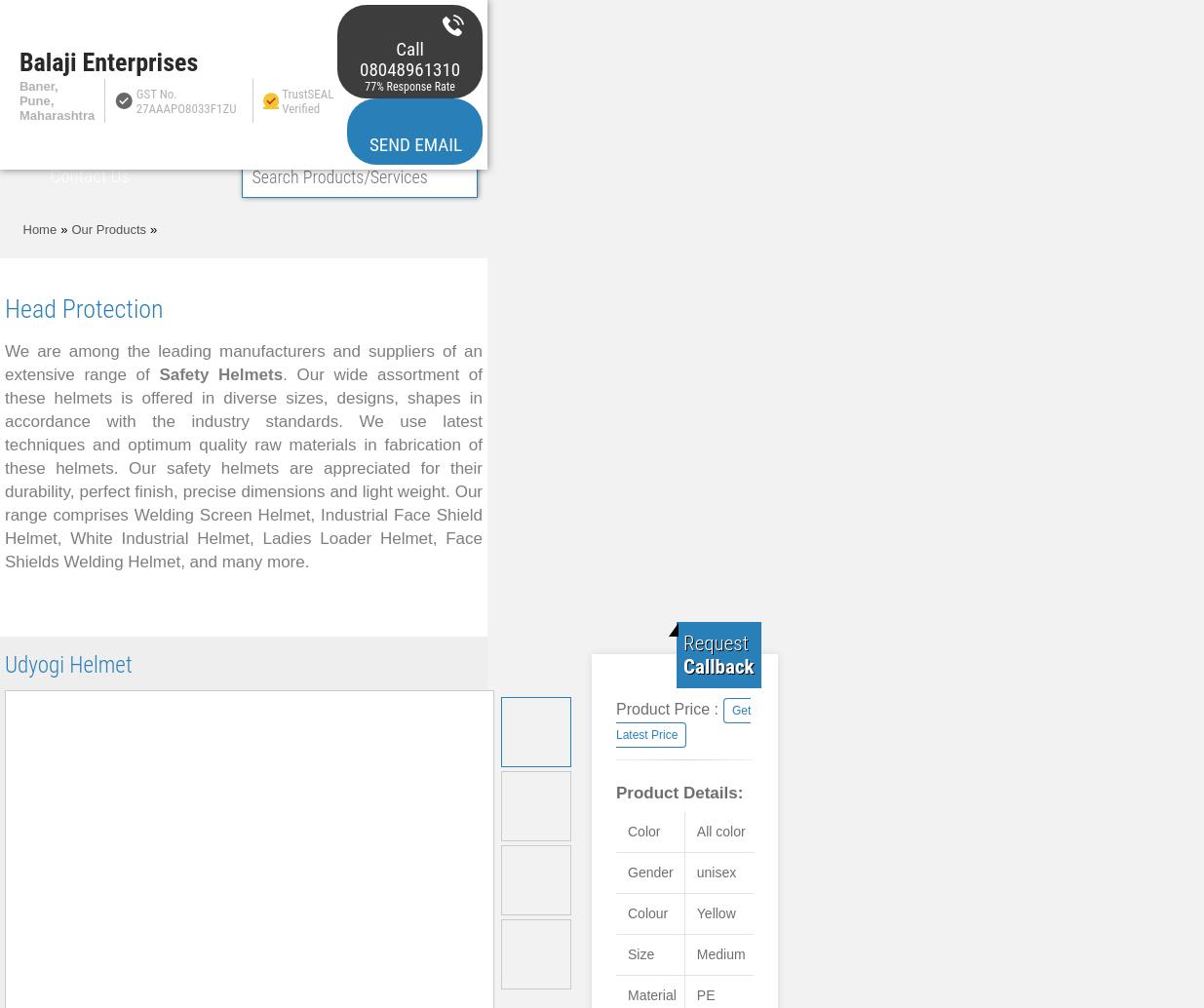  Describe the element at coordinates (695, 993) in the screenshot. I see `'PE'` at that location.